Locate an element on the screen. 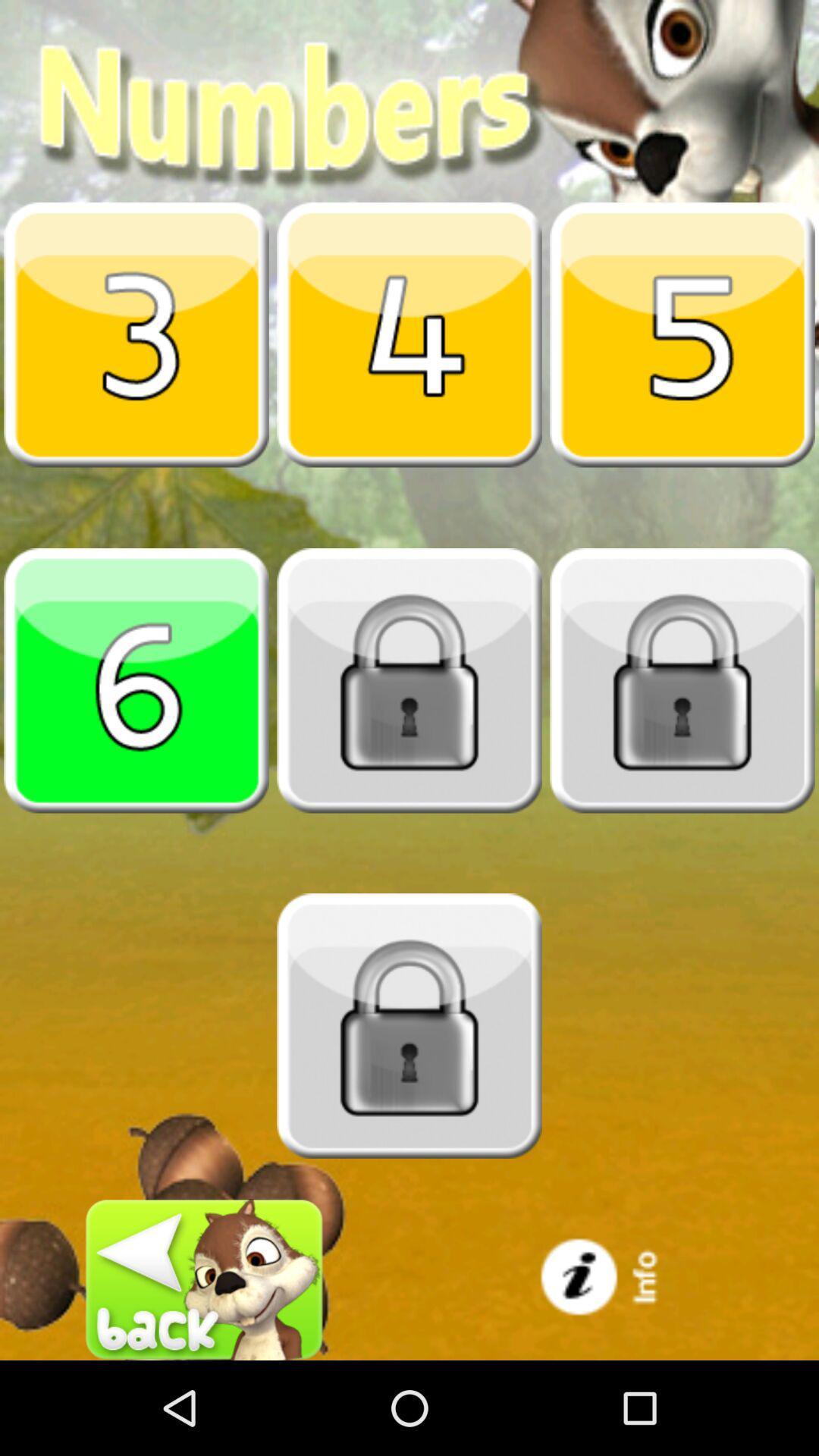 The width and height of the screenshot is (819, 1456). back is located at coordinates (205, 1279).